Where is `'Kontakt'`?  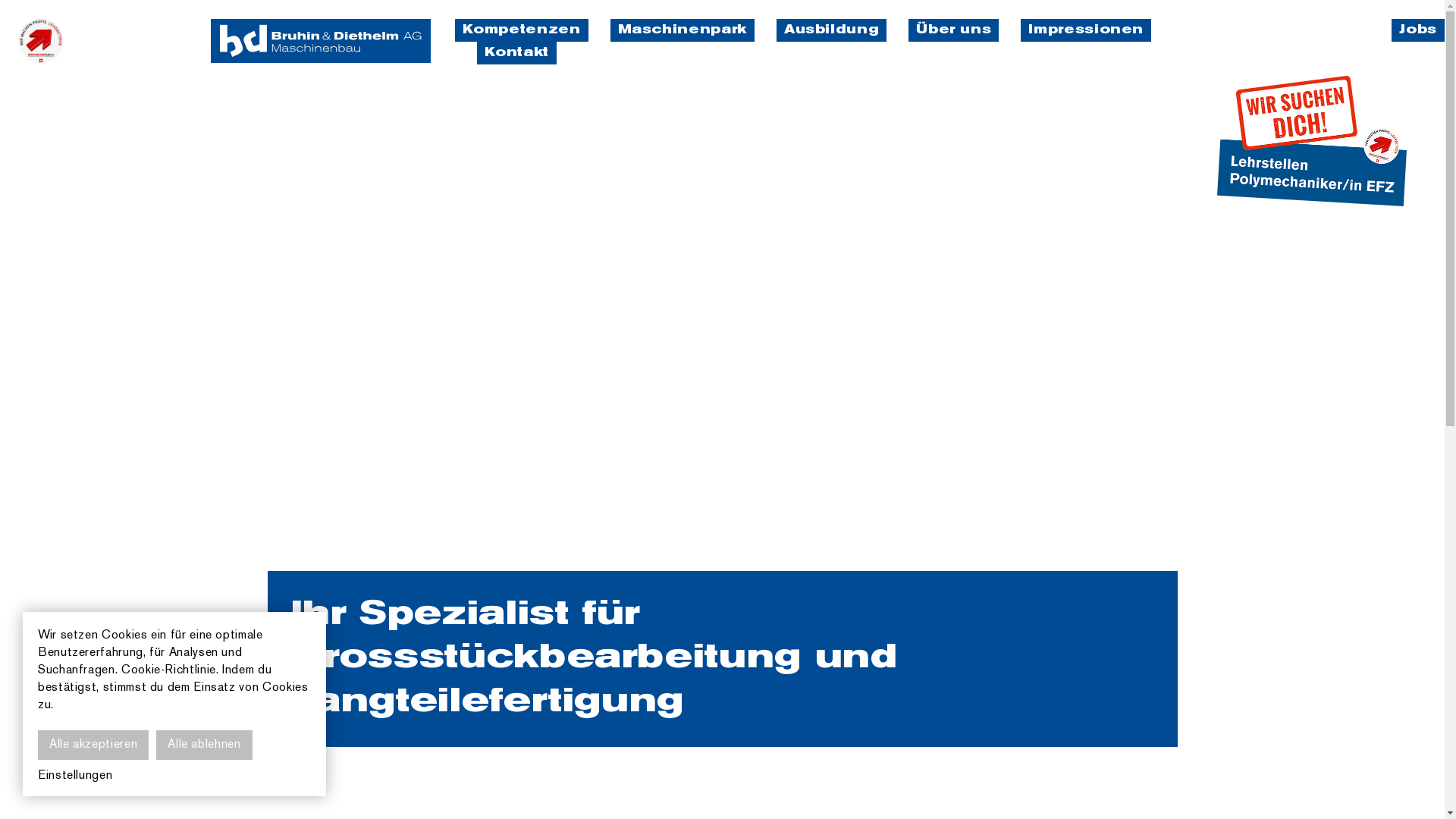 'Kontakt' is located at coordinates (516, 52).